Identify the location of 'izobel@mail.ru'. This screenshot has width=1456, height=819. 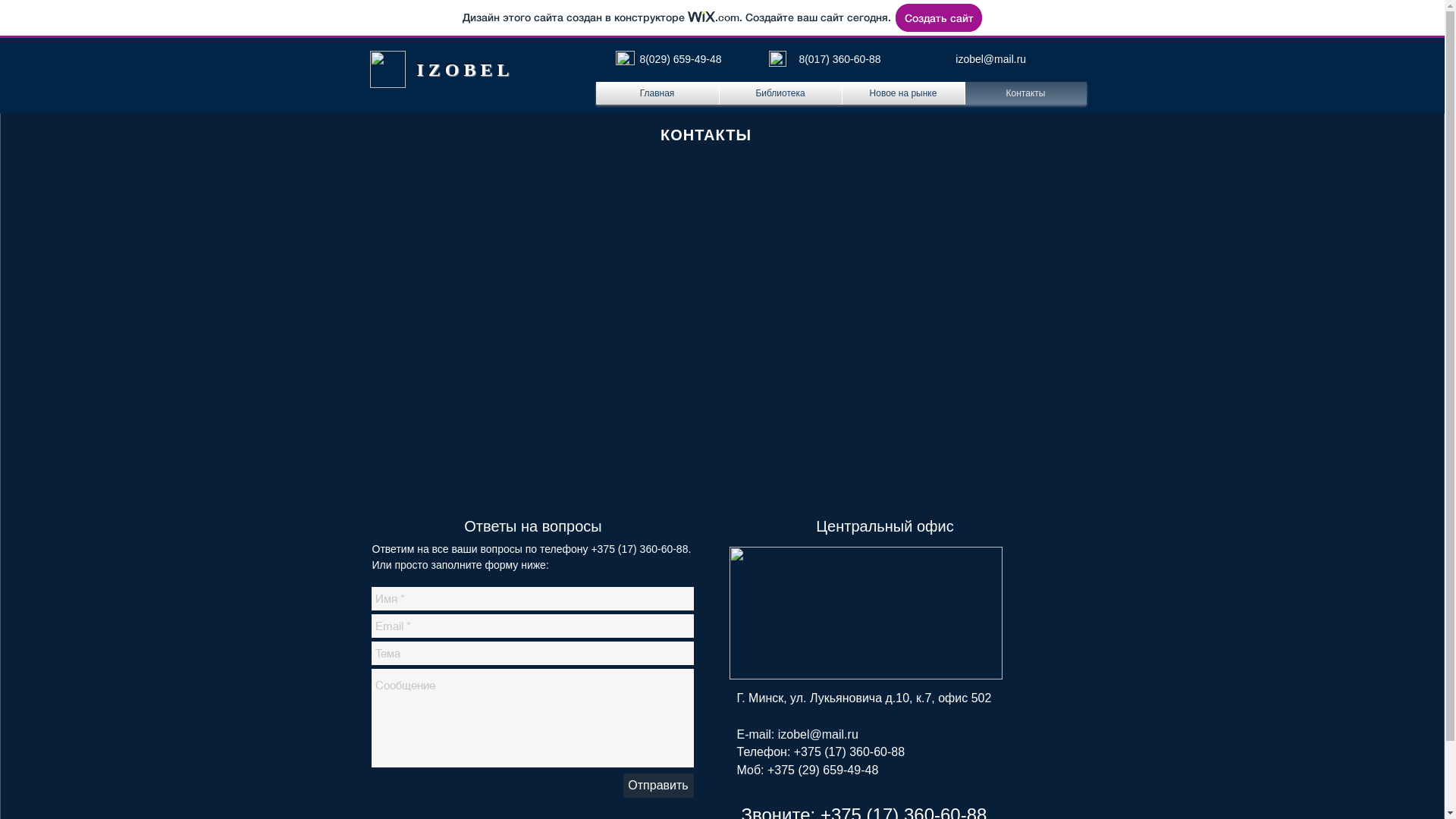
(990, 58).